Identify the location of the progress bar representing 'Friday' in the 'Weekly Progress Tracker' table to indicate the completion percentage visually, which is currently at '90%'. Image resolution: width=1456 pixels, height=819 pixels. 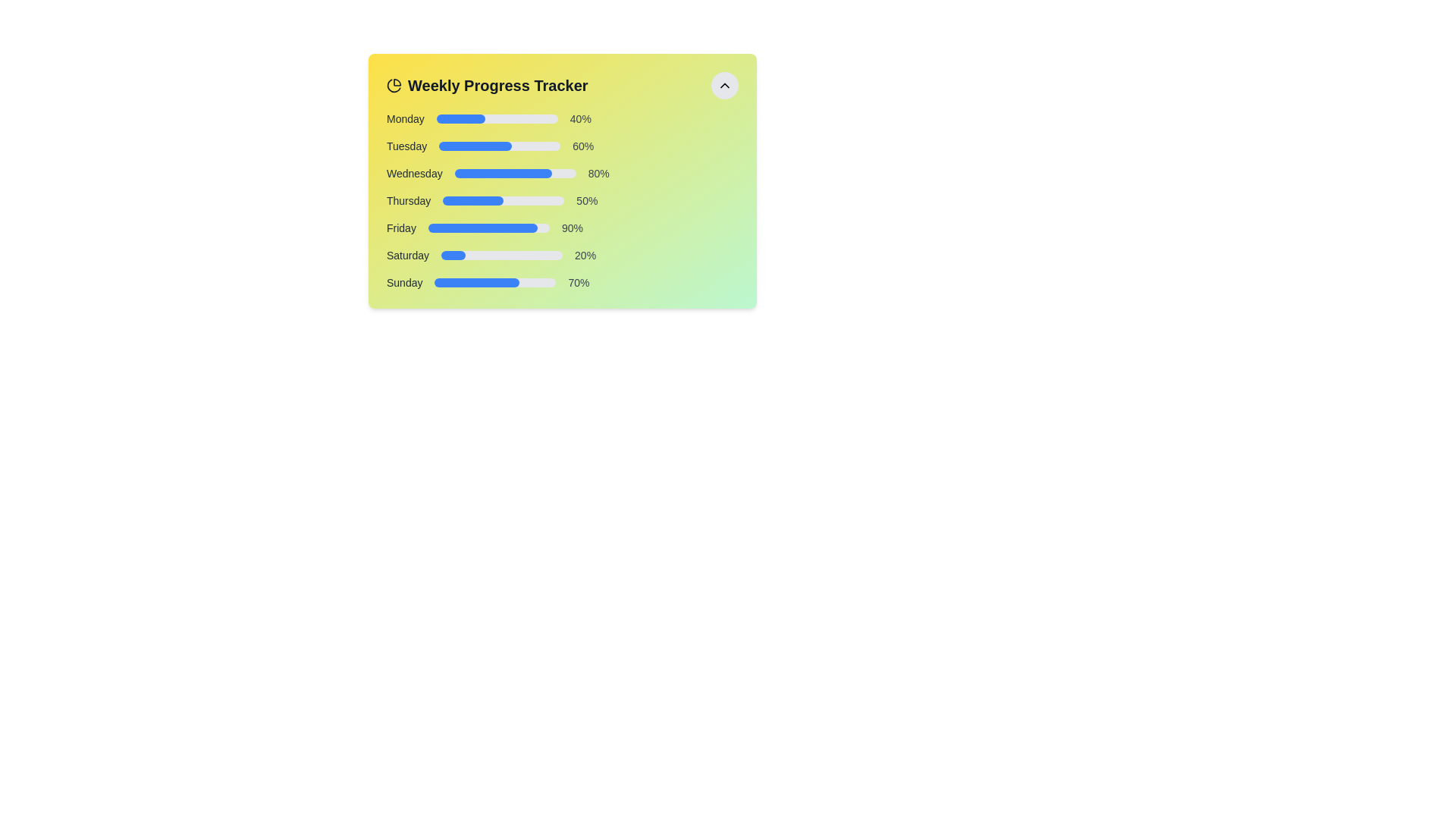
(488, 227).